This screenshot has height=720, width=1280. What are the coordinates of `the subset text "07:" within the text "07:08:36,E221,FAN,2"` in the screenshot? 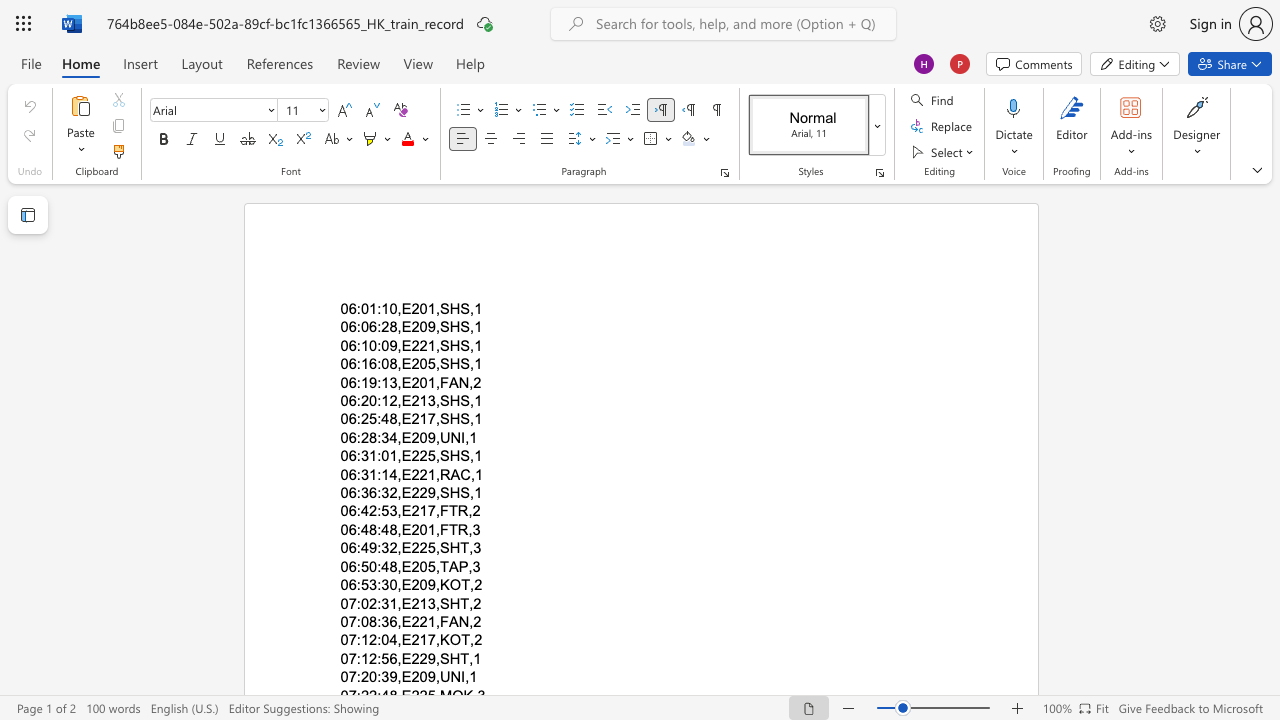 It's located at (340, 620).